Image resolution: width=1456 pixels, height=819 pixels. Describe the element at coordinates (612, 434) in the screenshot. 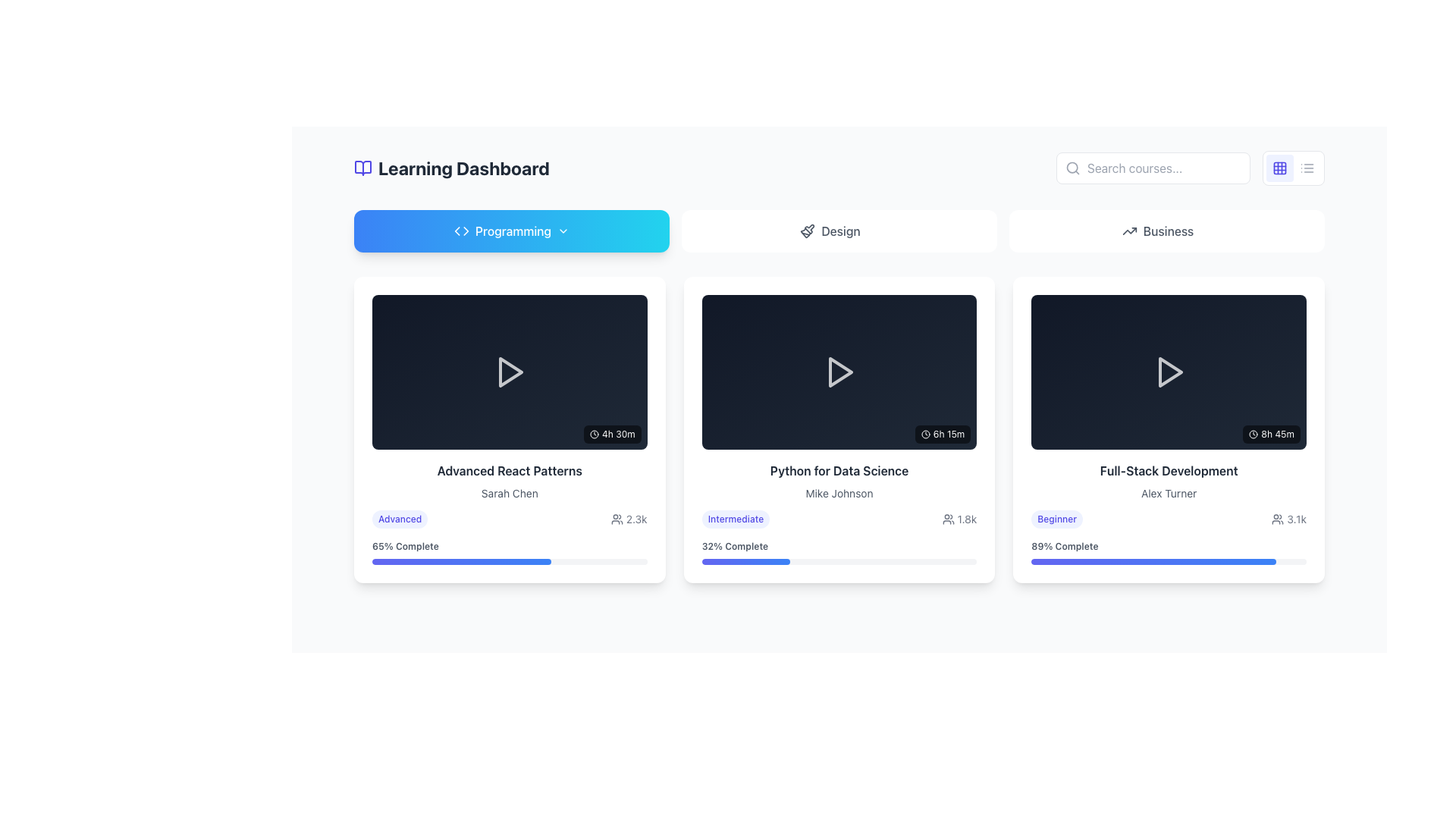

I see `the informative label with an icon located at the bottom-right corner of the 'Advanced React Patterns' course card, which displays the total duration of the course` at that location.